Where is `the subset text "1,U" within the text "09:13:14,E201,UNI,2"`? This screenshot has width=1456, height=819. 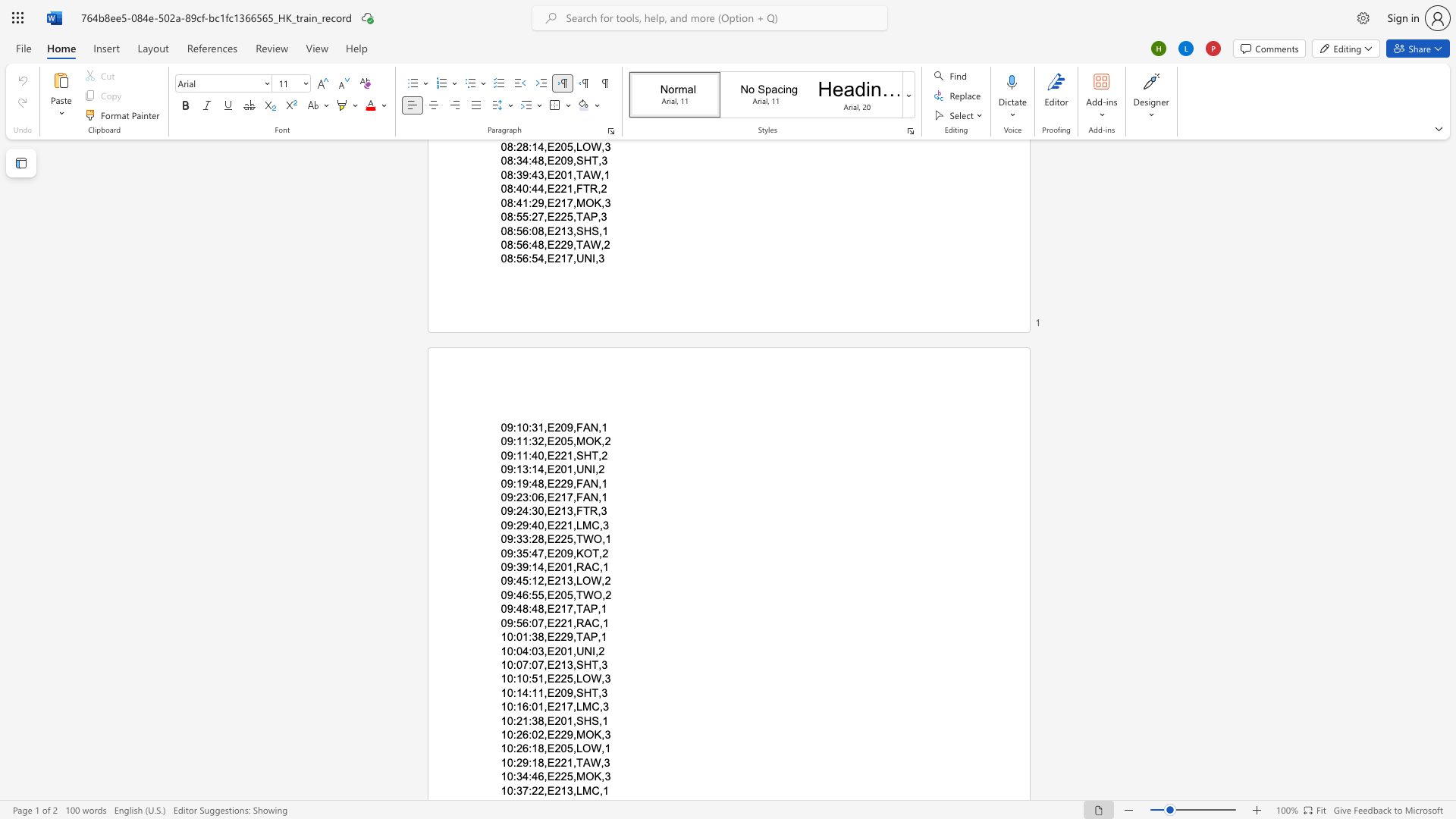
the subset text "1,U" within the text "09:13:14,E201,UNI,2" is located at coordinates (566, 469).